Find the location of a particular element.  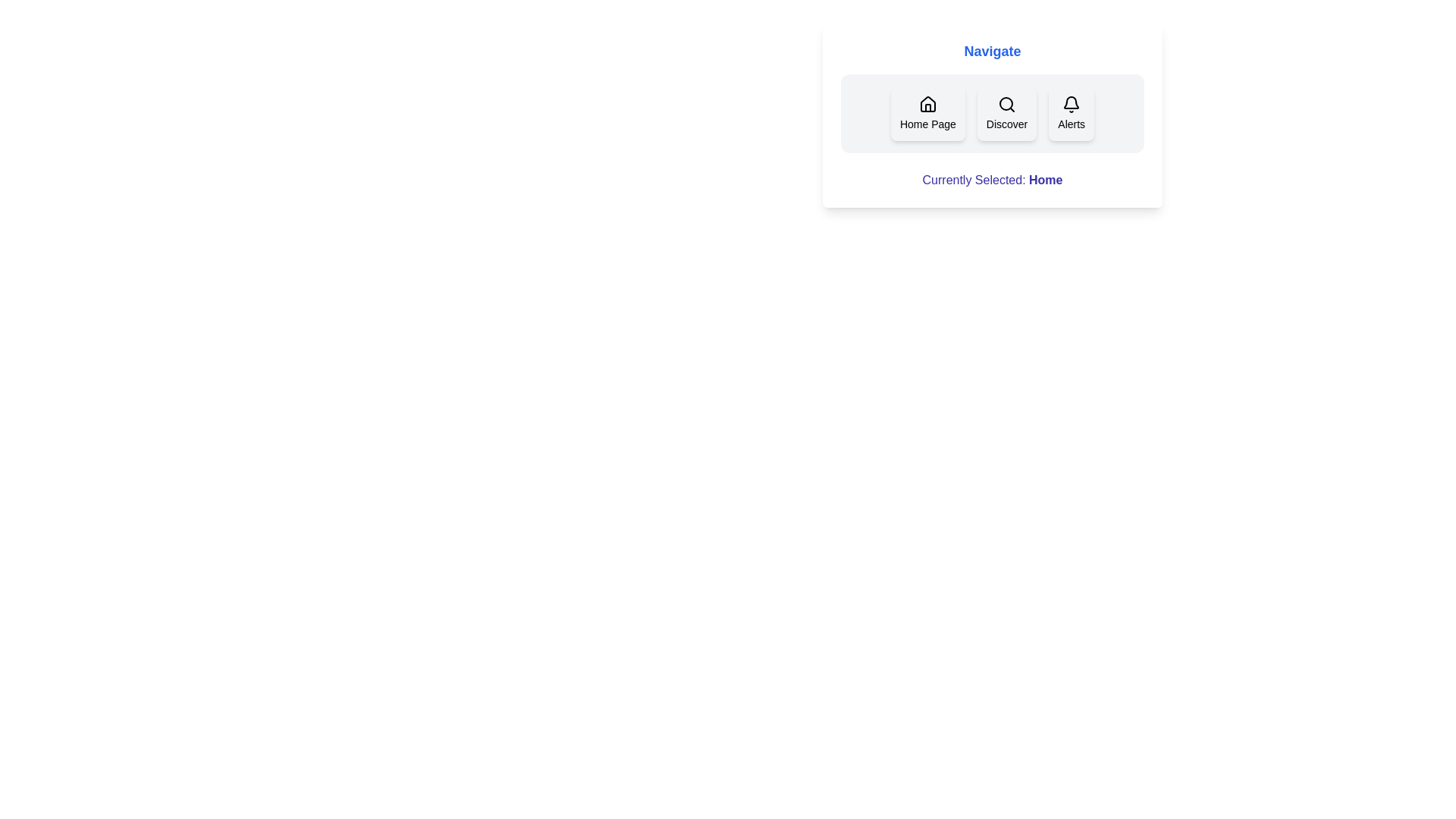

the alert icon (bell icon) located in the navigation bar is located at coordinates (1071, 102).